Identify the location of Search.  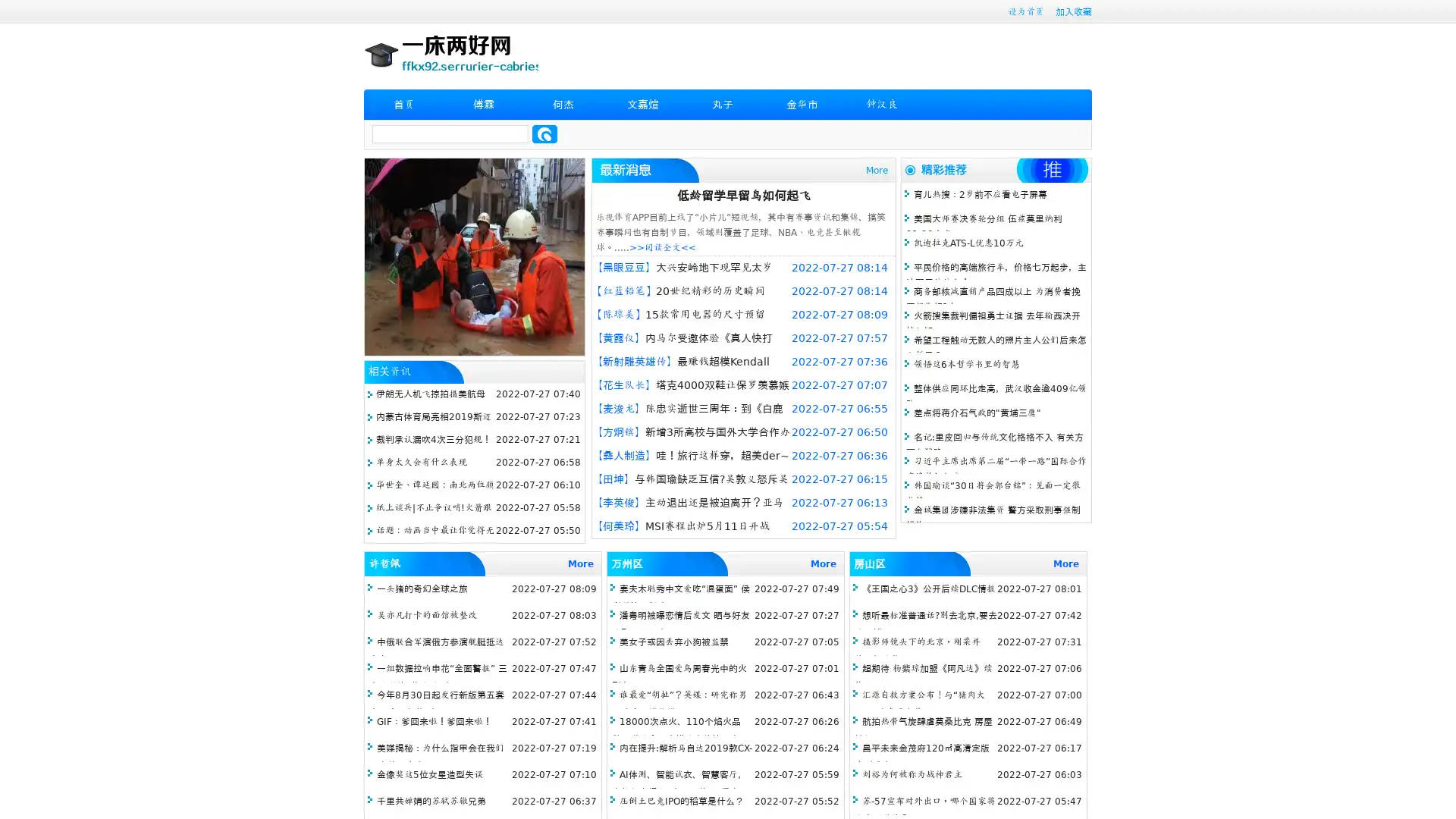
(544, 133).